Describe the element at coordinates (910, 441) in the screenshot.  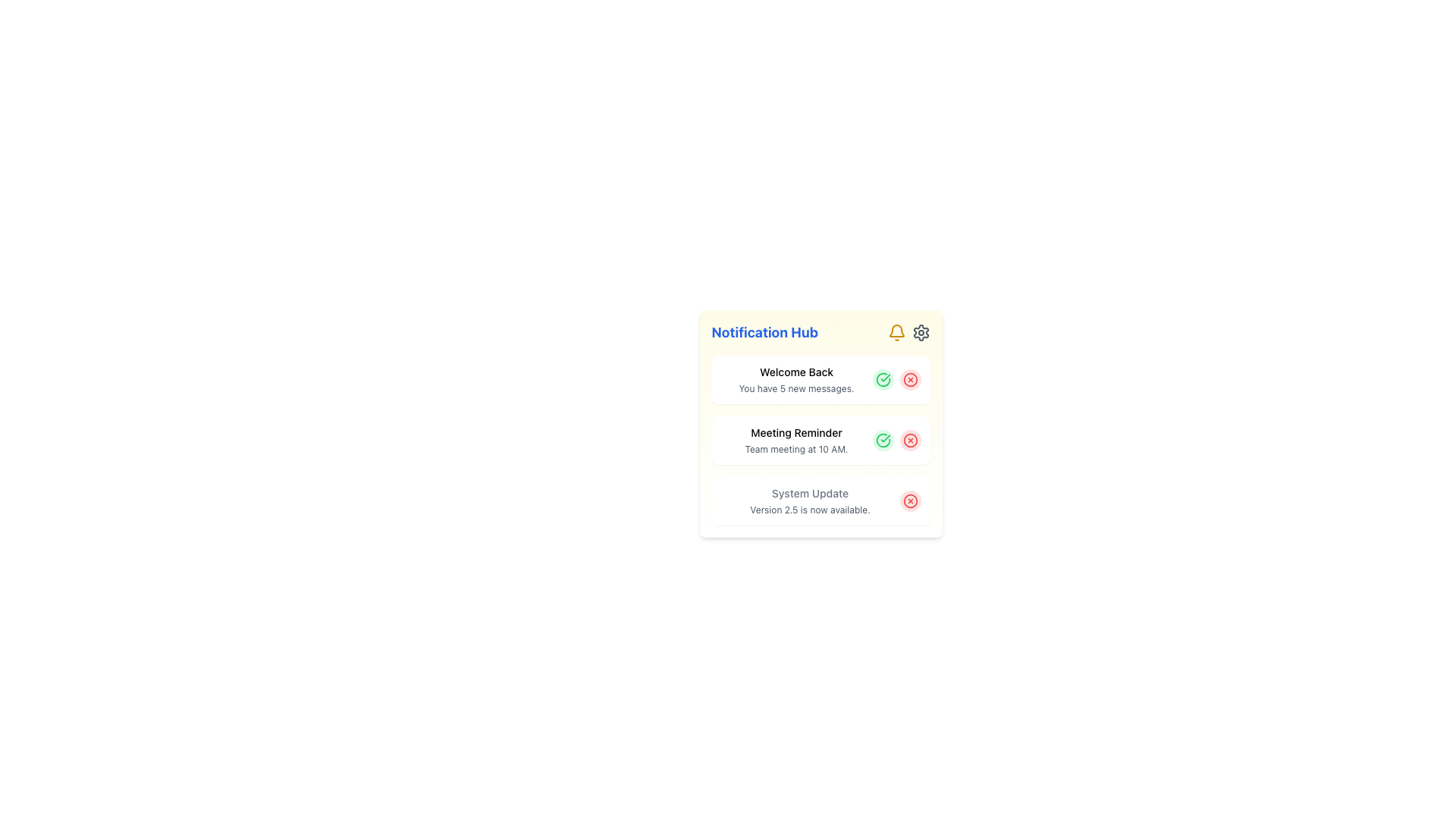
I see `the circular red outlined icon with a central cross in the 'System Update' notification row` at that location.